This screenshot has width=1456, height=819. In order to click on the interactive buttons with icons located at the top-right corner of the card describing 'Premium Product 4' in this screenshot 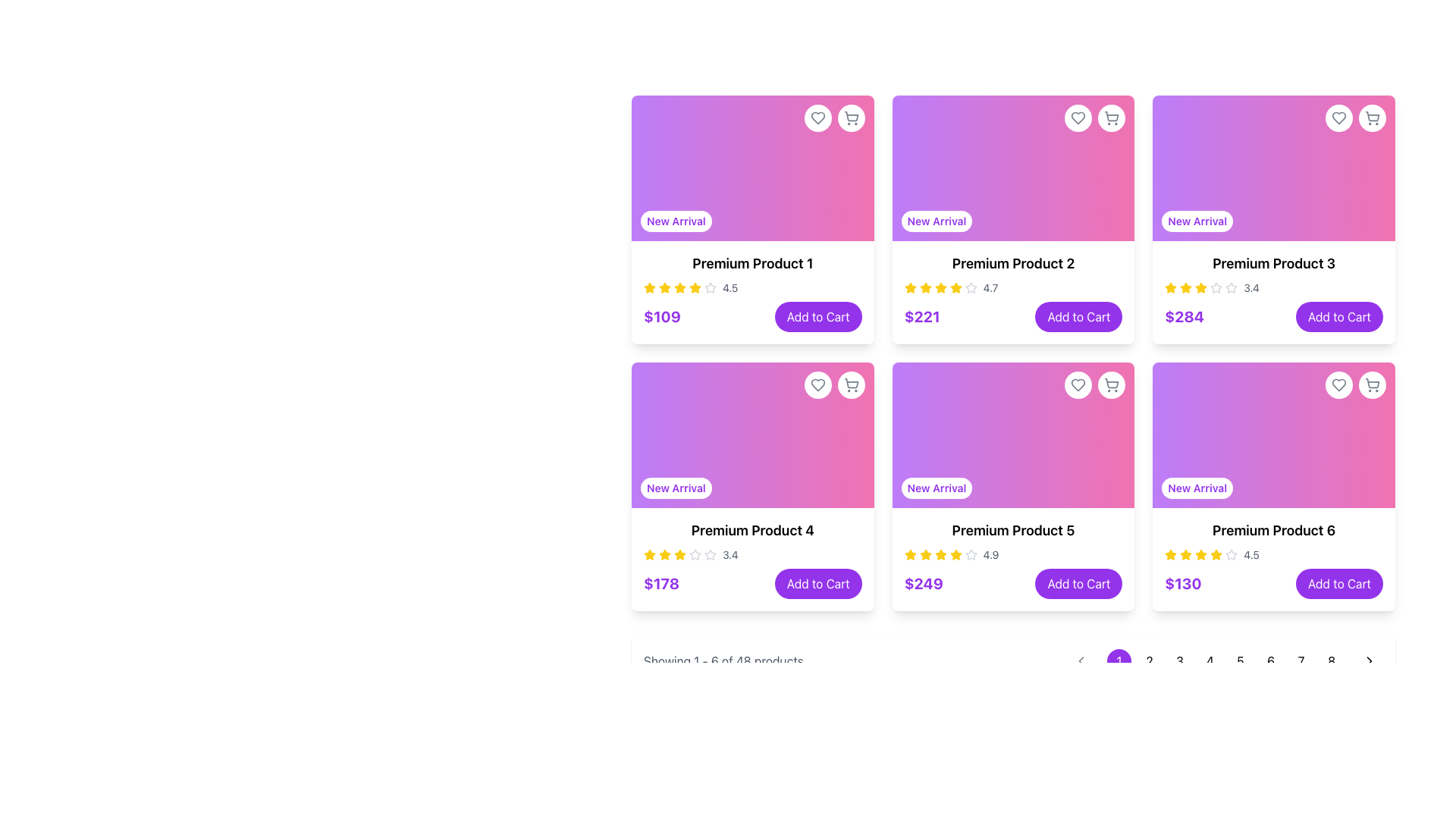, I will do `click(833, 384)`.